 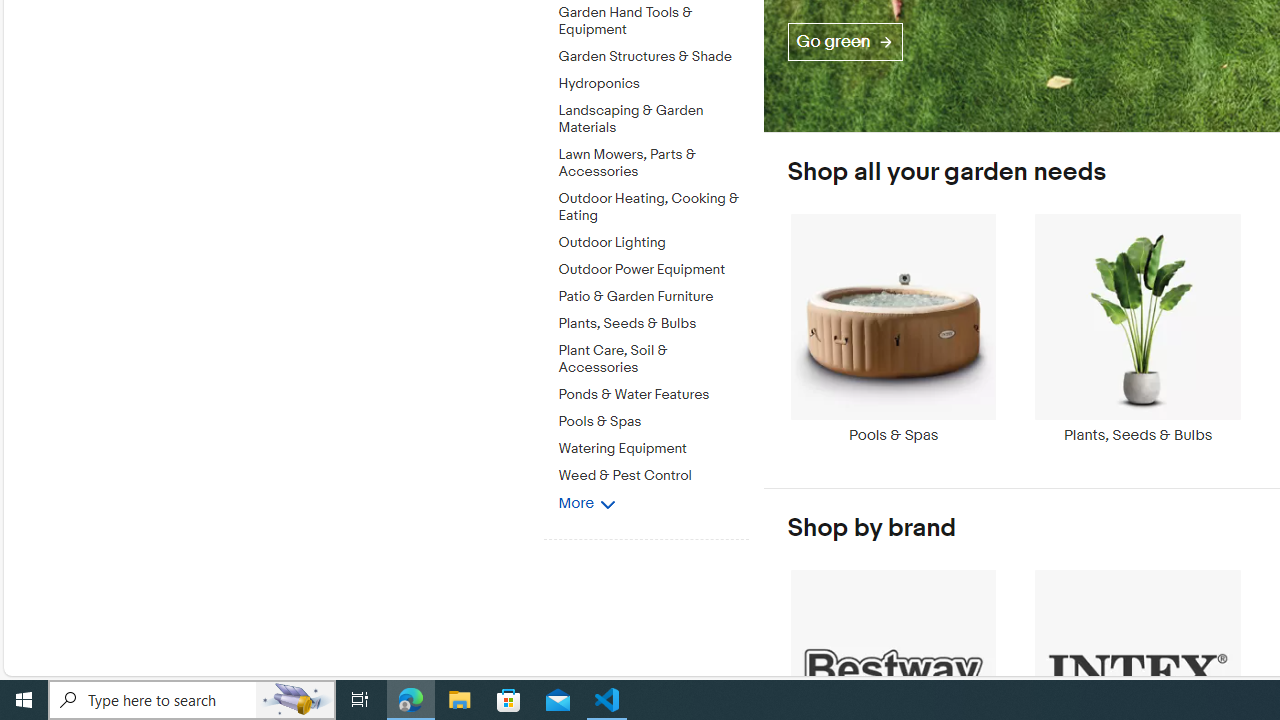 I want to click on 'Pools & Spas', so click(x=892, y=328).